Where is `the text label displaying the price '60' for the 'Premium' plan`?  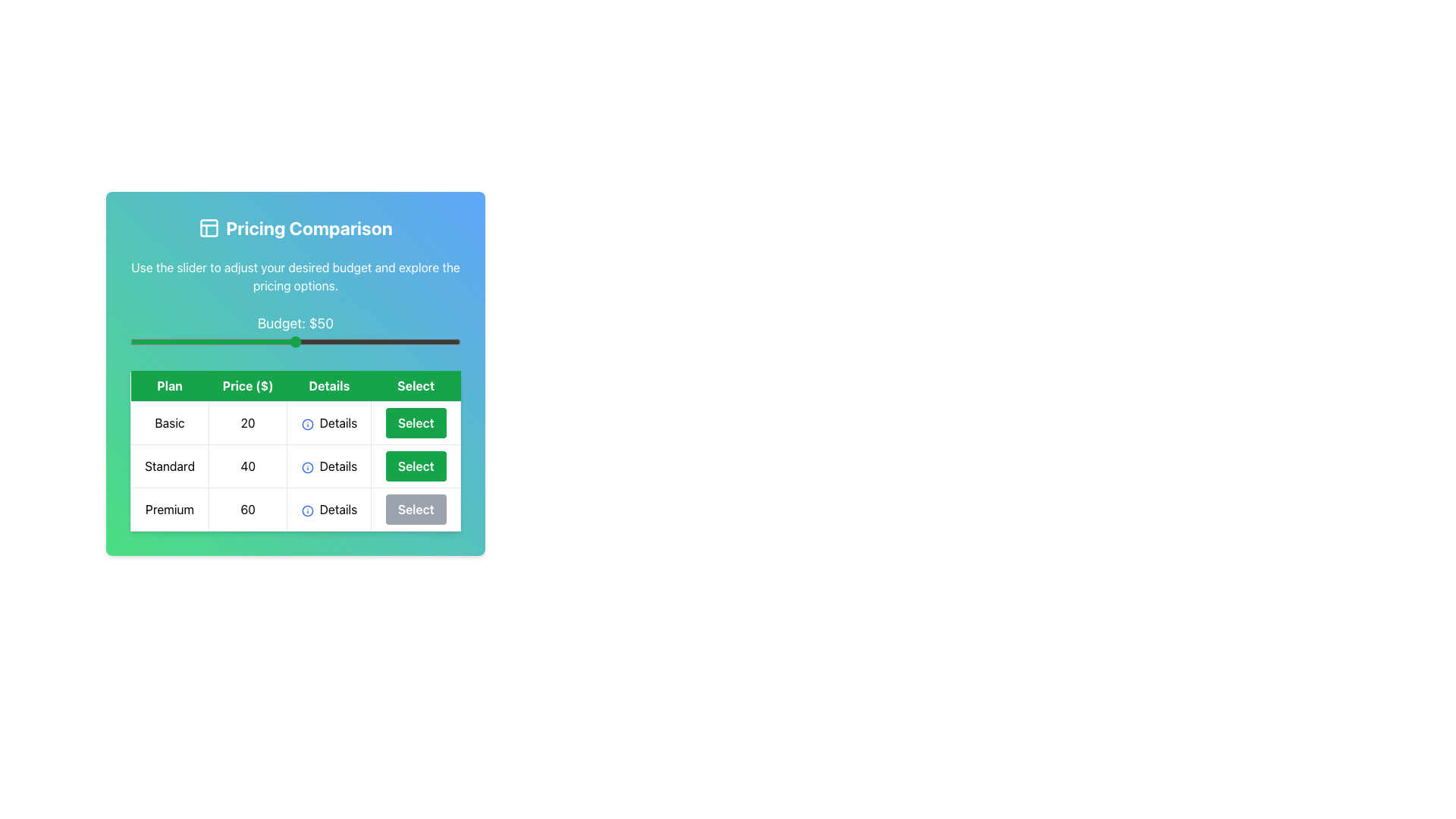 the text label displaying the price '60' for the 'Premium' plan is located at coordinates (248, 509).